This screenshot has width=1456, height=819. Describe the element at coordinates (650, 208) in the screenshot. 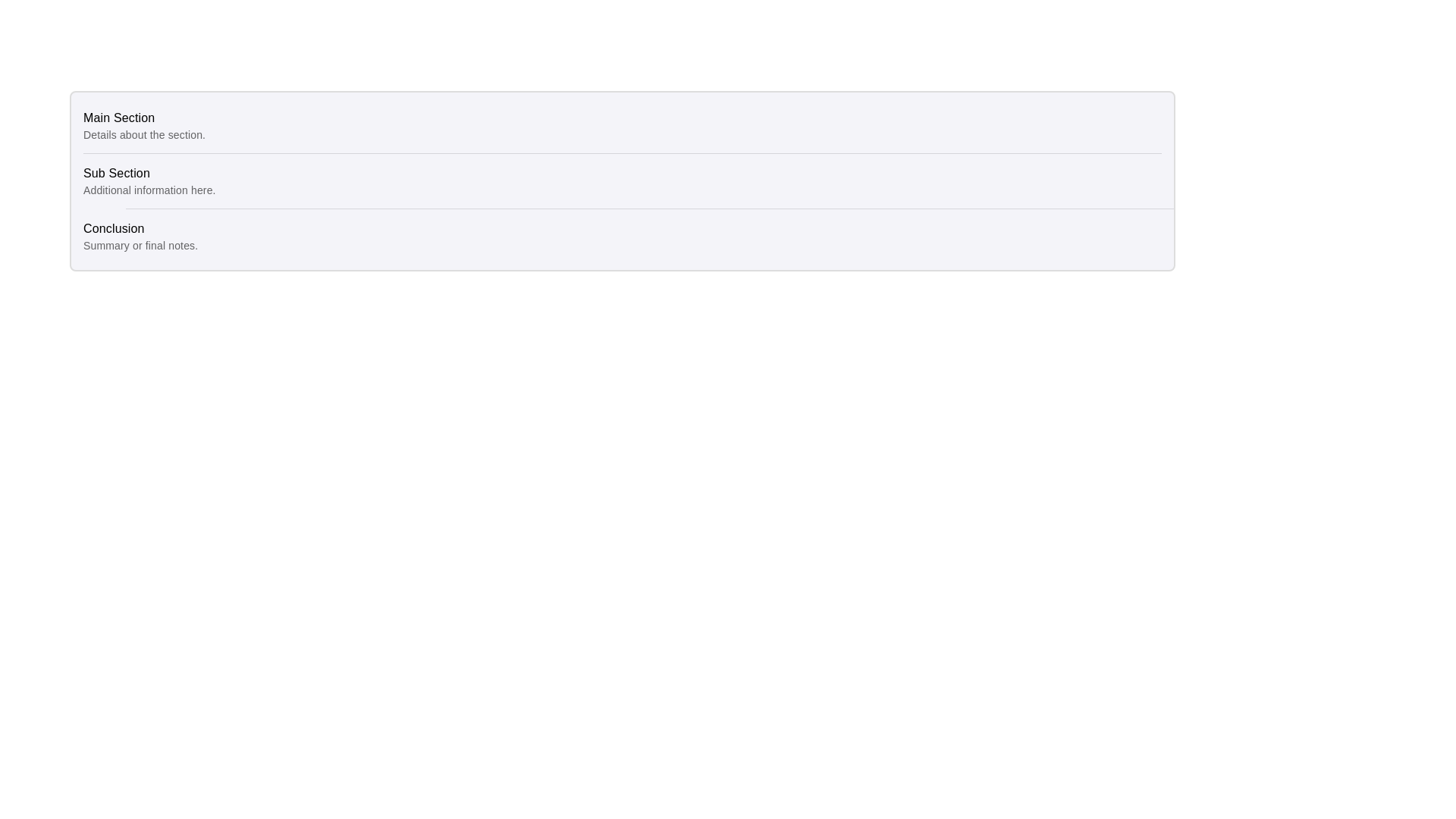

I see `the thin horizontal divider line that separates 'Sub Section Additional information here.' from 'Conclusion Summary or final notes.'` at that location.